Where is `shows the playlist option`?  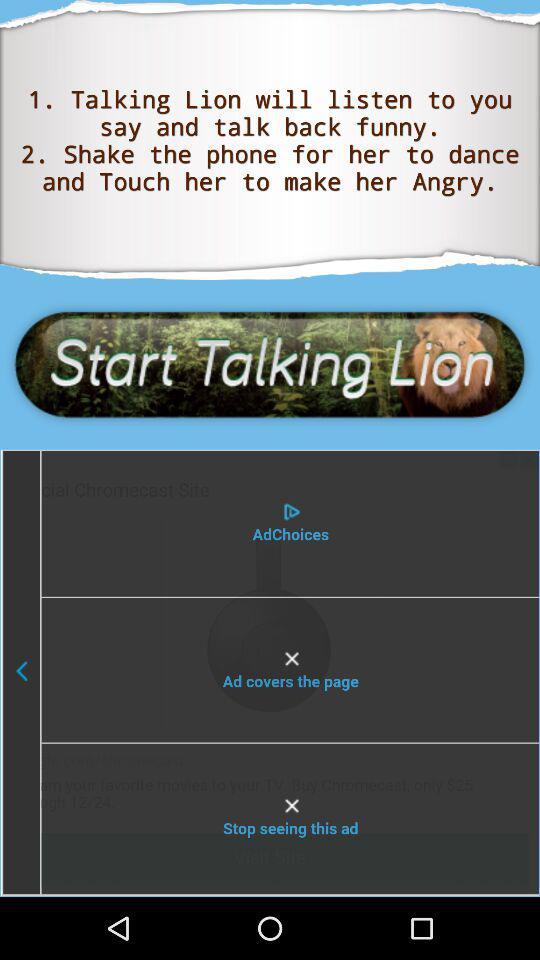 shows the playlist option is located at coordinates (269, 672).